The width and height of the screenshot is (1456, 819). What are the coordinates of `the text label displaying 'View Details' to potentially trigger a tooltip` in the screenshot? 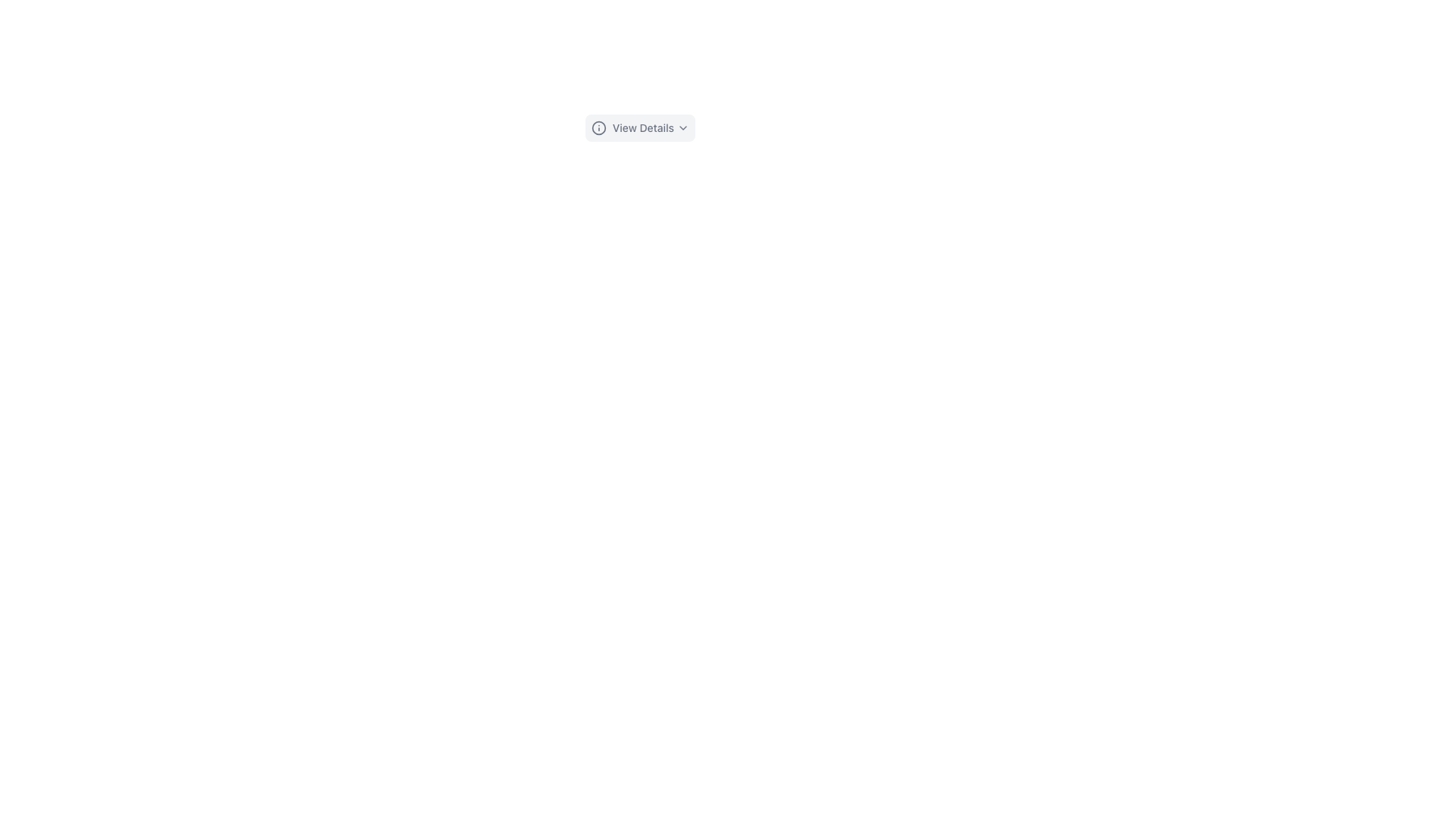 It's located at (643, 127).